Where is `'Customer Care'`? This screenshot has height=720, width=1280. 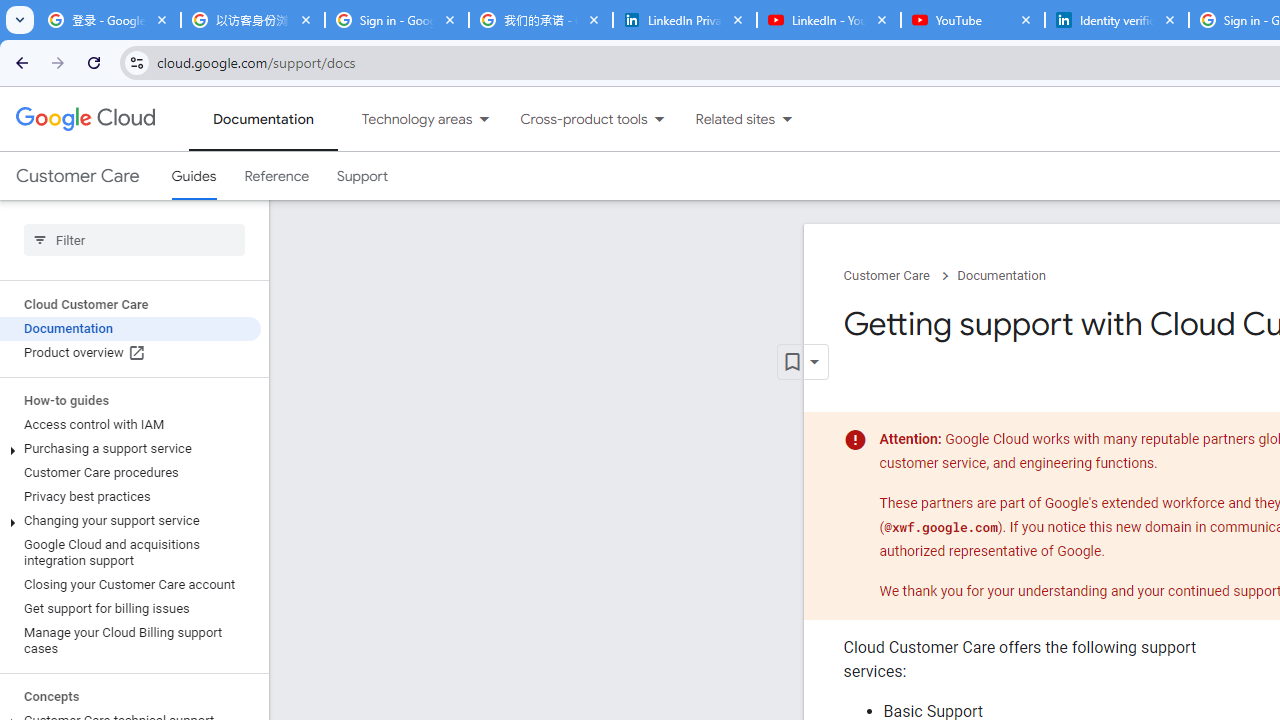 'Customer Care' is located at coordinates (77, 175).